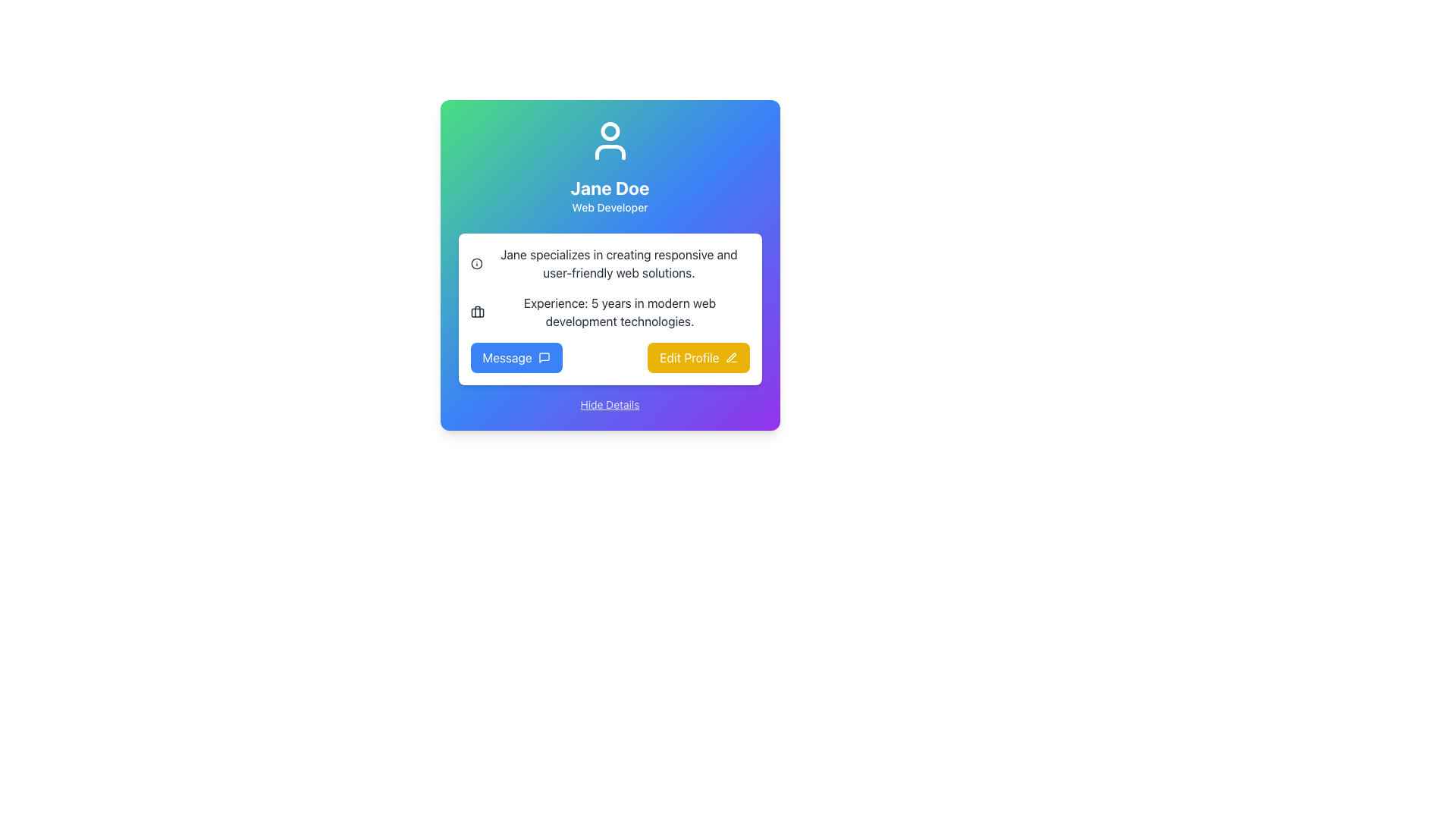  I want to click on the pen icon located to the right of the 'Edit Profile' label within the yellow button, so click(731, 357).